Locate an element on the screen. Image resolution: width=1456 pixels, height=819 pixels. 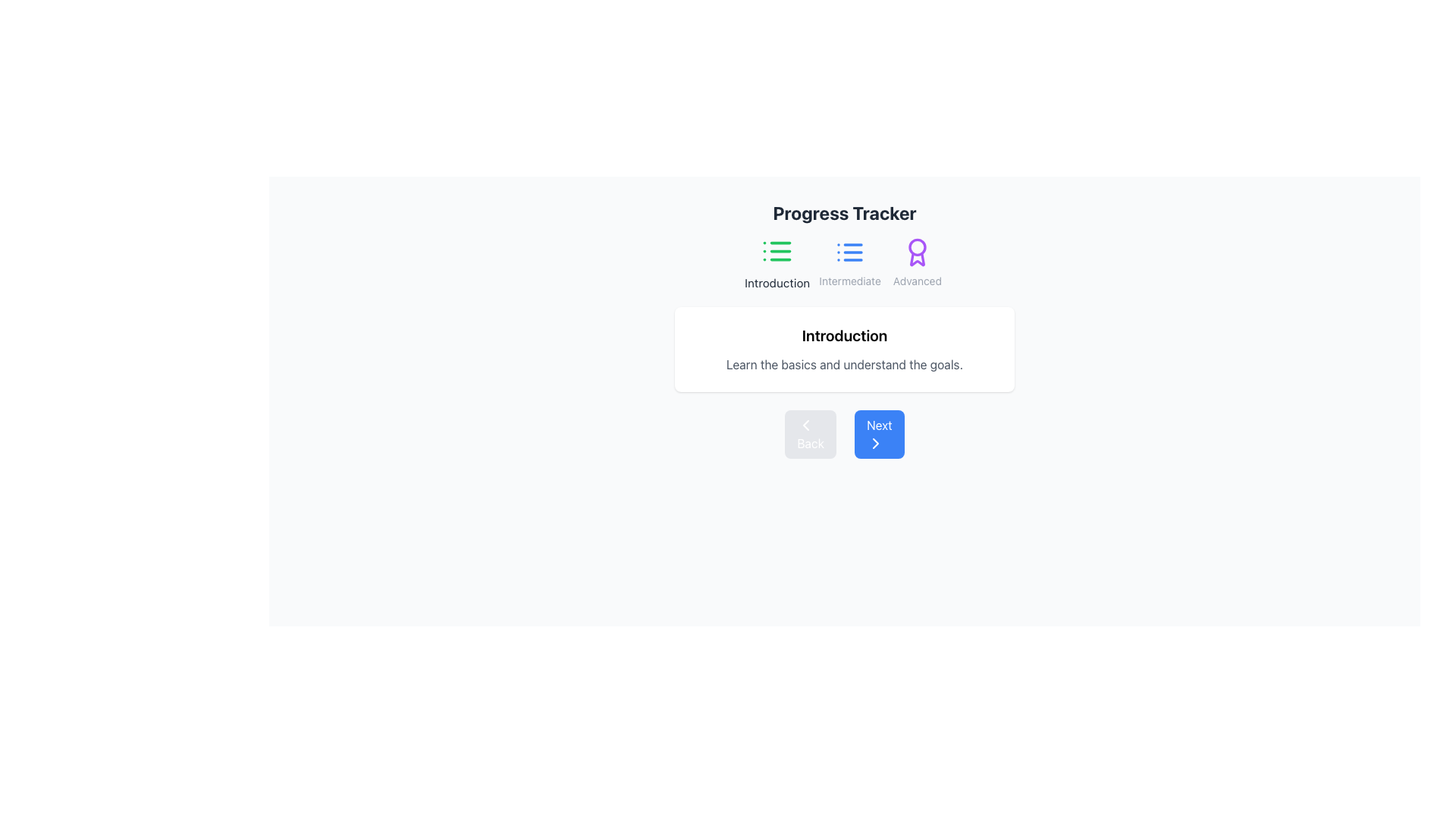
the rightward chevron arrow inside the 'Next' button is located at coordinates (876, 444).